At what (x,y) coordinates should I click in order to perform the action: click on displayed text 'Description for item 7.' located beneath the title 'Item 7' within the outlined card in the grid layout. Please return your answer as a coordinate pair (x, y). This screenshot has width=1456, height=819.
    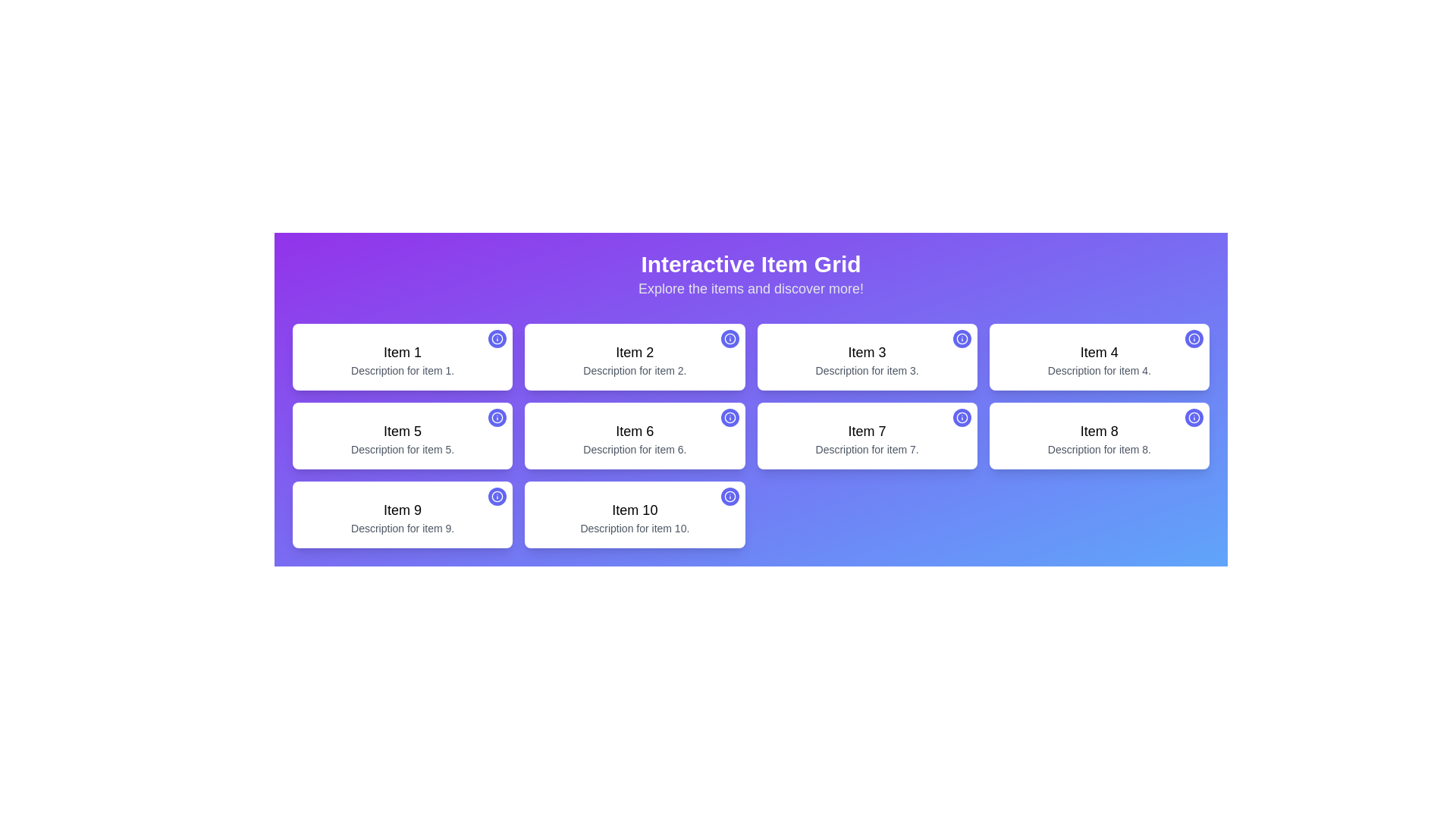
    Looking at the image, I should click on (867, 449).